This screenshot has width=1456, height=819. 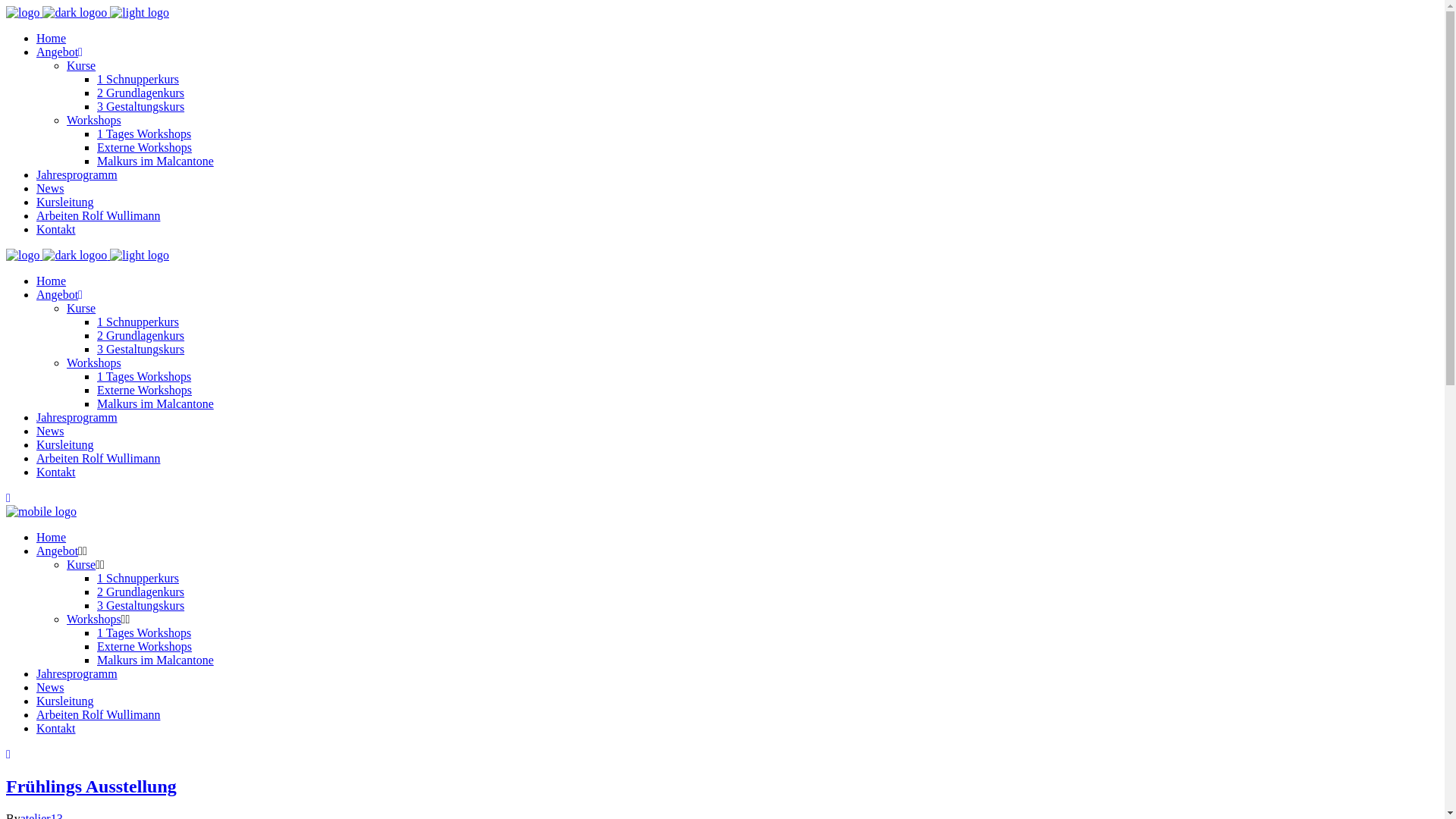 What do you see at coordinates (144, 375) in the screenshot?
I see `'1 Tages Workshops'` at bounding box center [144, 375].